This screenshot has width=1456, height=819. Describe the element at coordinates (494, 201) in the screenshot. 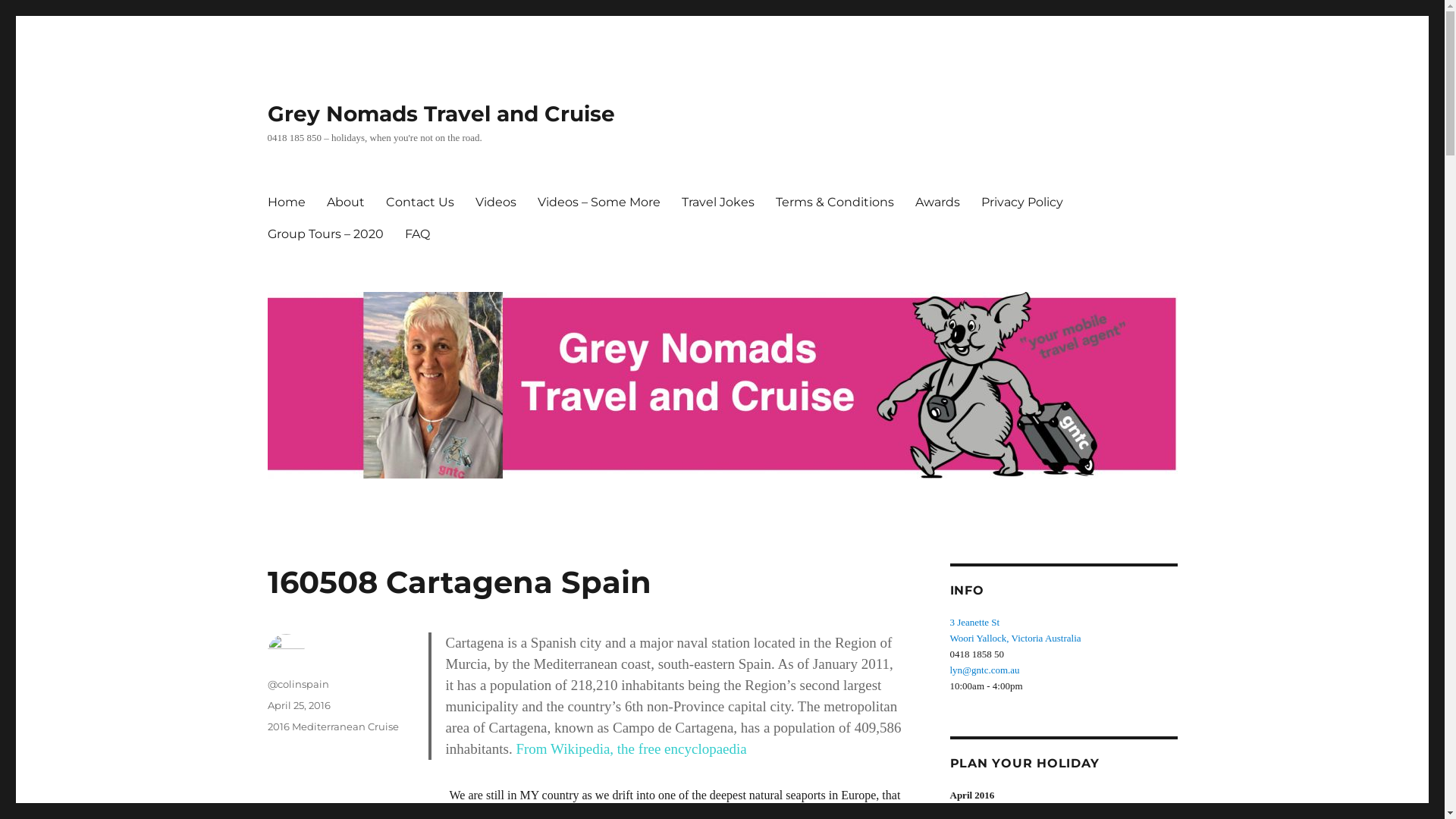

I see `'Videos'` at that location.